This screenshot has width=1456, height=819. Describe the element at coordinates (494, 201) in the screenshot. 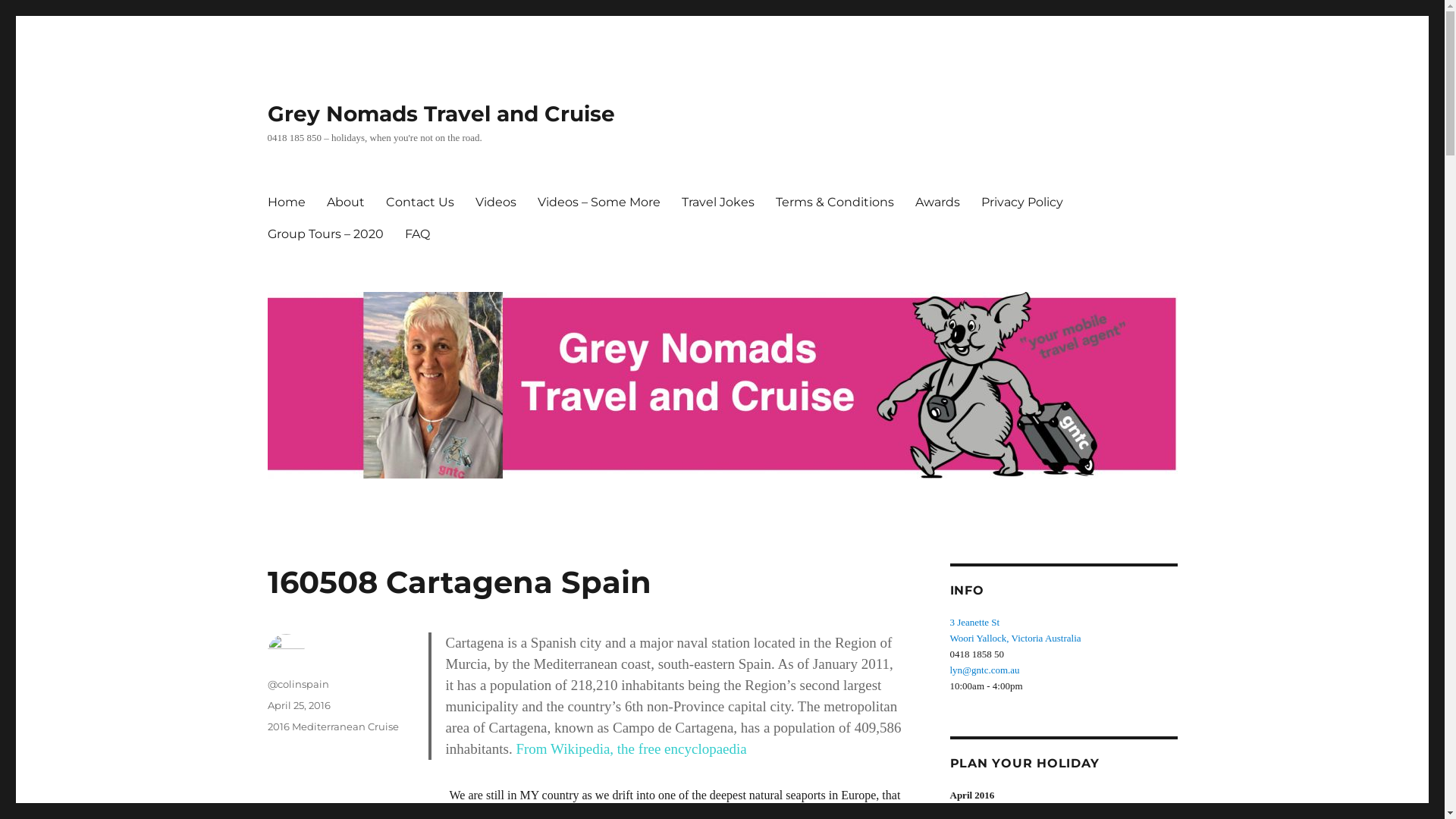

I see `'Videos'` at that location.